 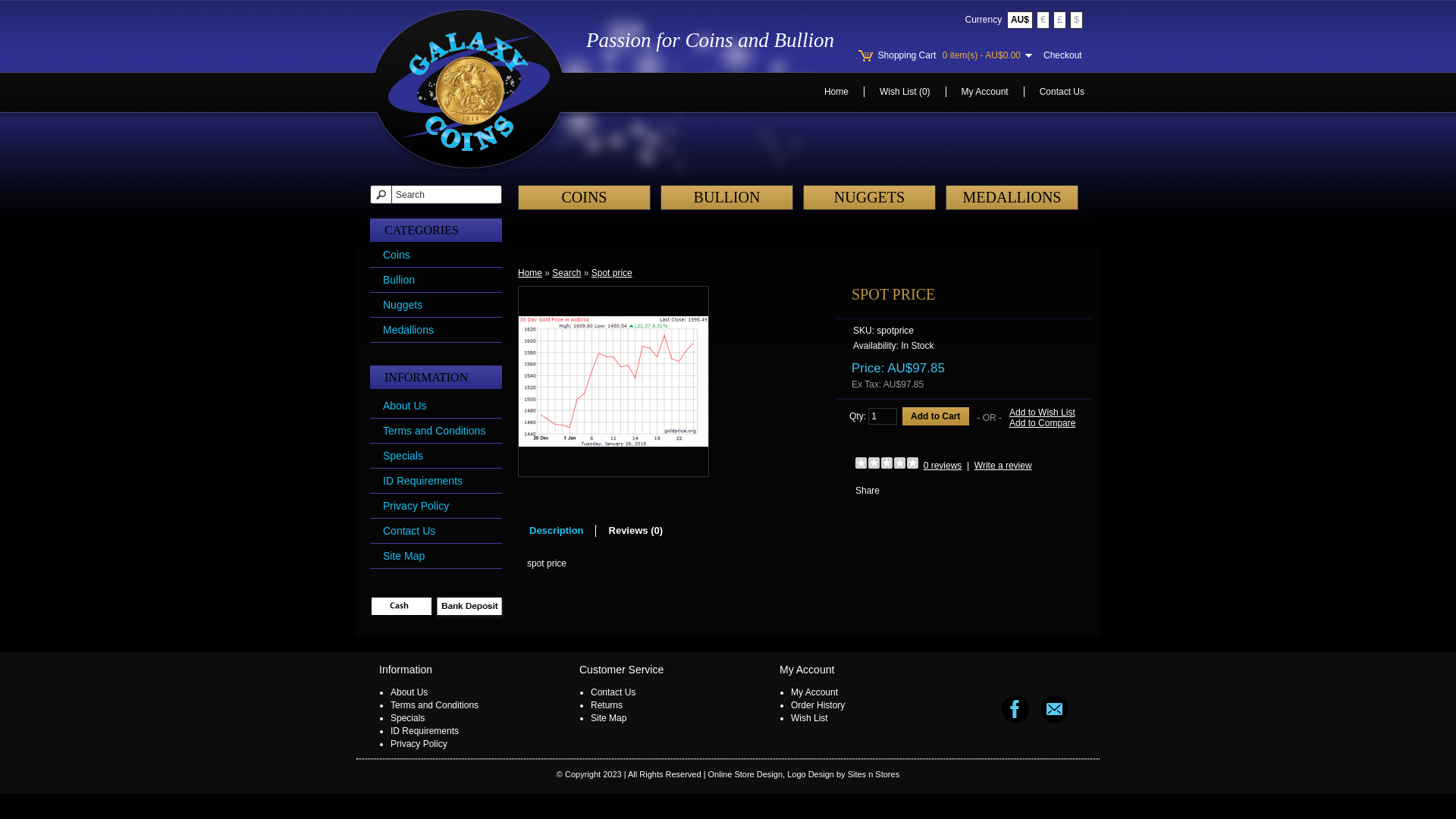 I want to click on 'Wish List (0)', so click(x=905, y=91).